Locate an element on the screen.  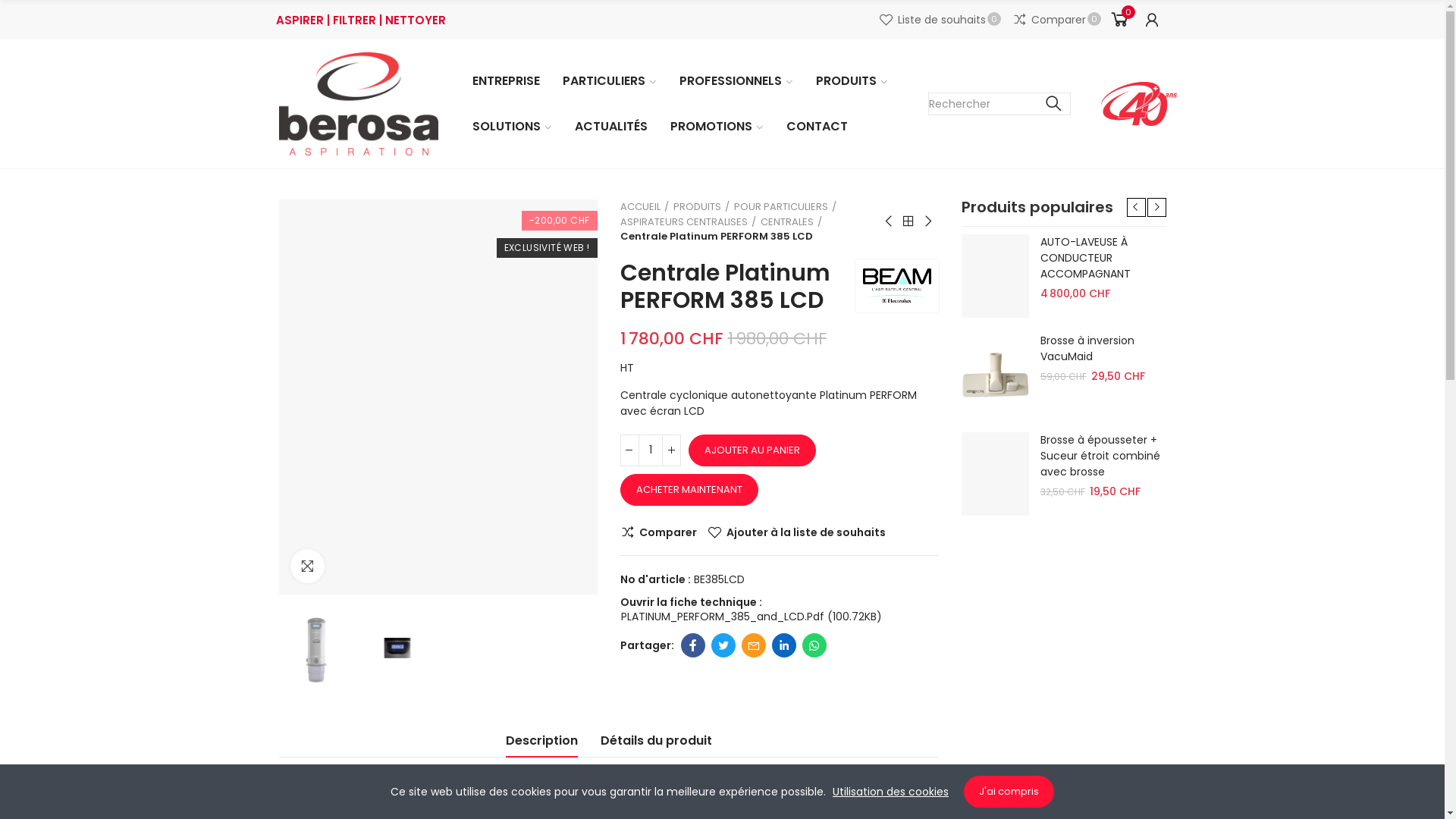
'Description' is located at coordinates (541, 744).